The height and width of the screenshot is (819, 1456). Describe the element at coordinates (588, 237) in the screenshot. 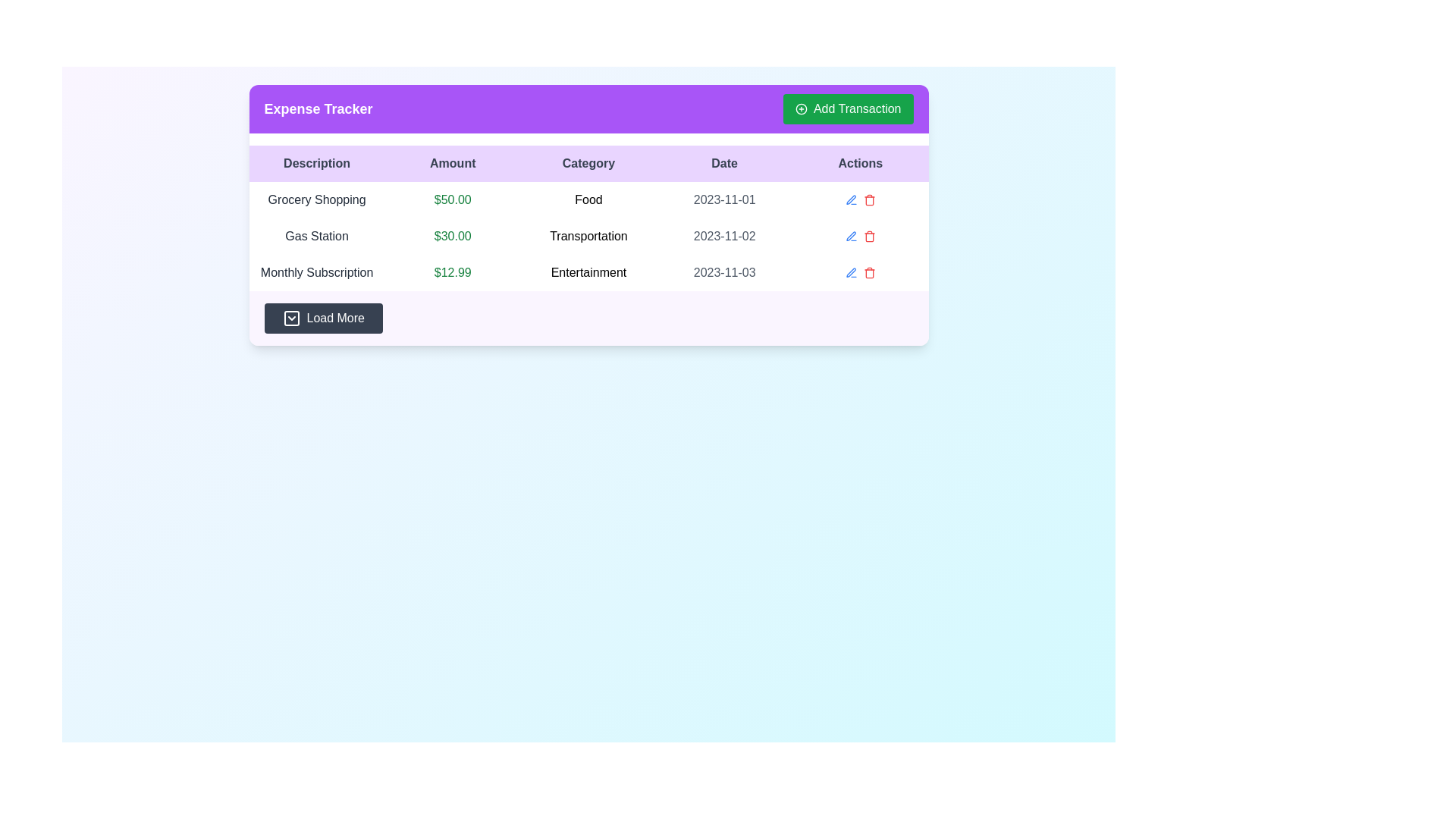

I see `the 'Category' text label located in the second row, third column of the Expense Tracker interface` at that location.